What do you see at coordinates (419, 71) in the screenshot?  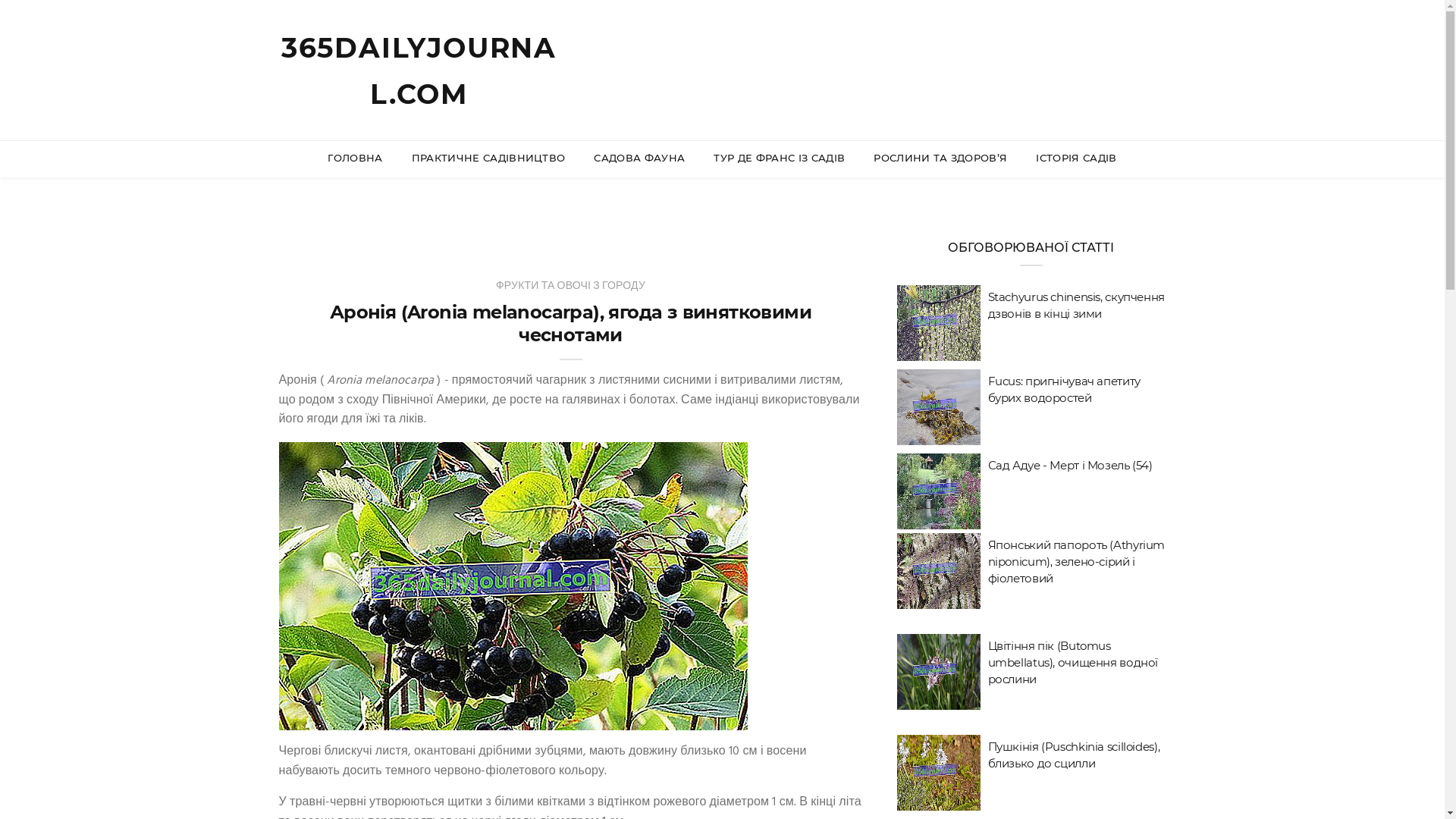 I see `'365DAILYJOURNAL.COM'` at bounding box center [419, 71].